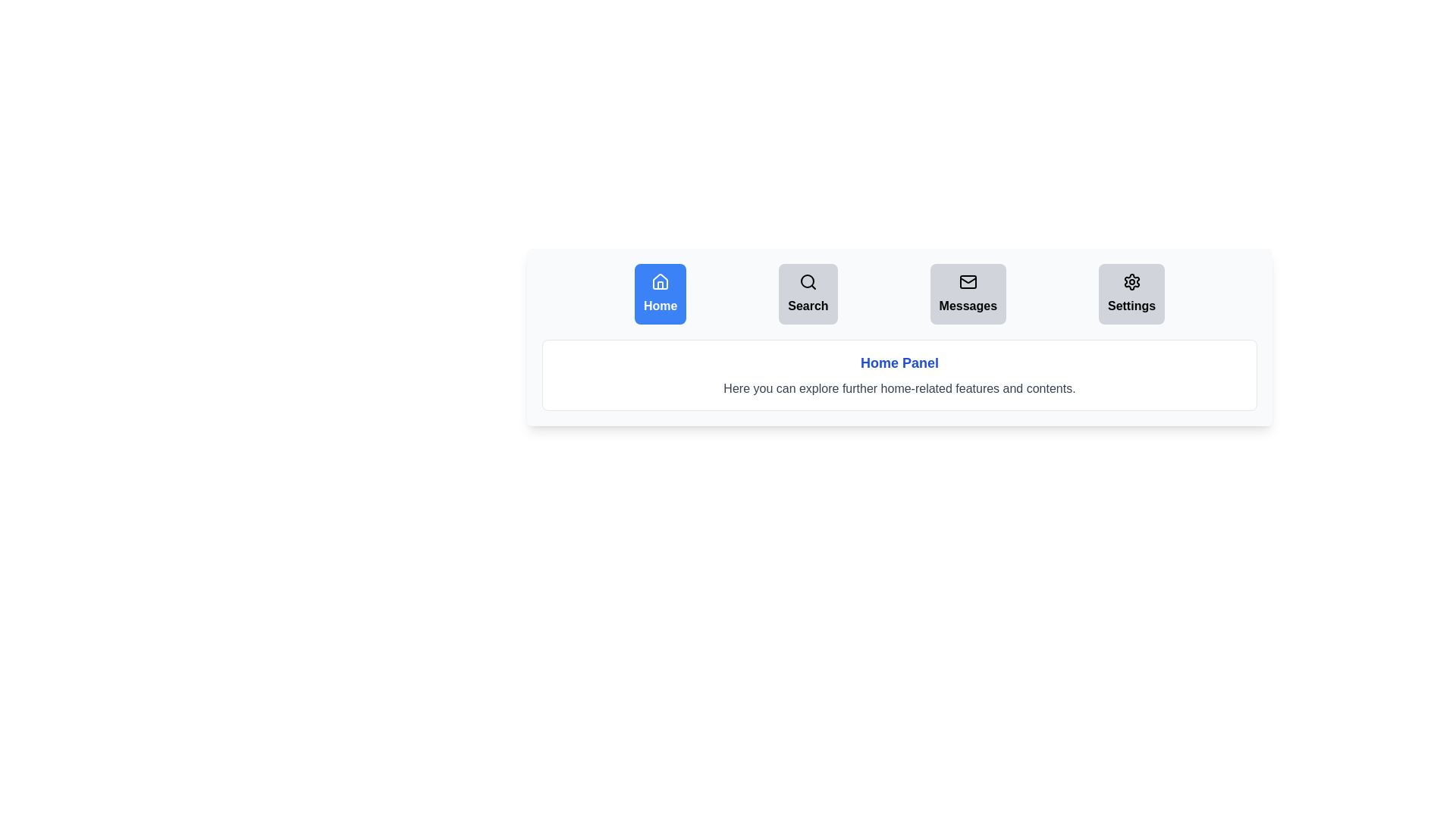 This screenshot has width=1456, height=819. What do you see at coordinates (1131, 281) in the screenshot?
I see `the cogwheel or gear icon labeled 'Settings' located at the top right of the visible panel` at bounding box center [1131, 281].